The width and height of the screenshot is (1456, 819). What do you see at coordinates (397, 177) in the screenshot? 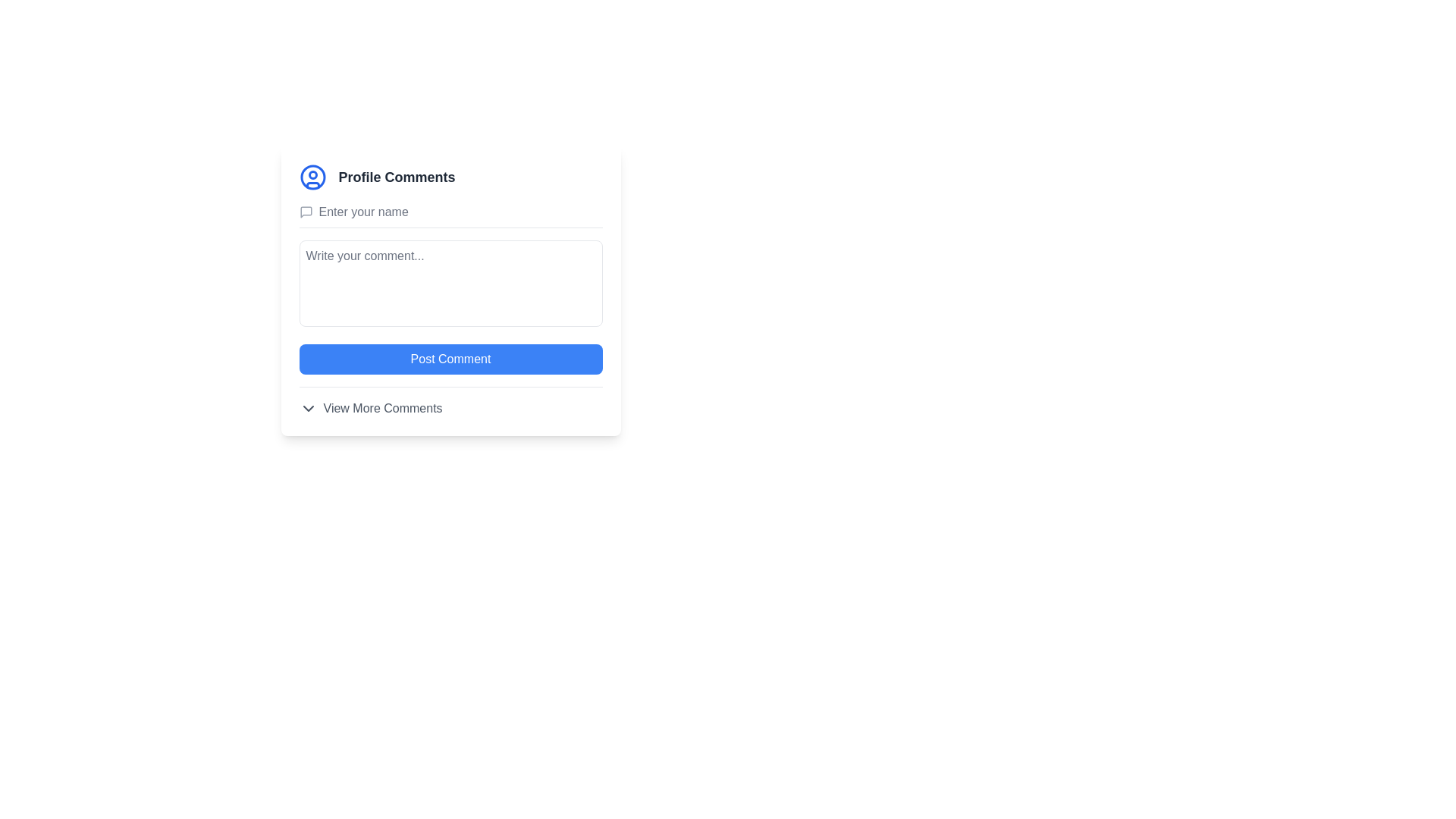
I see `the text label that serves as a header for the user comments section, positioned to the right of a blue circular user icon and above the form input box` at bounding box center [397, 177].